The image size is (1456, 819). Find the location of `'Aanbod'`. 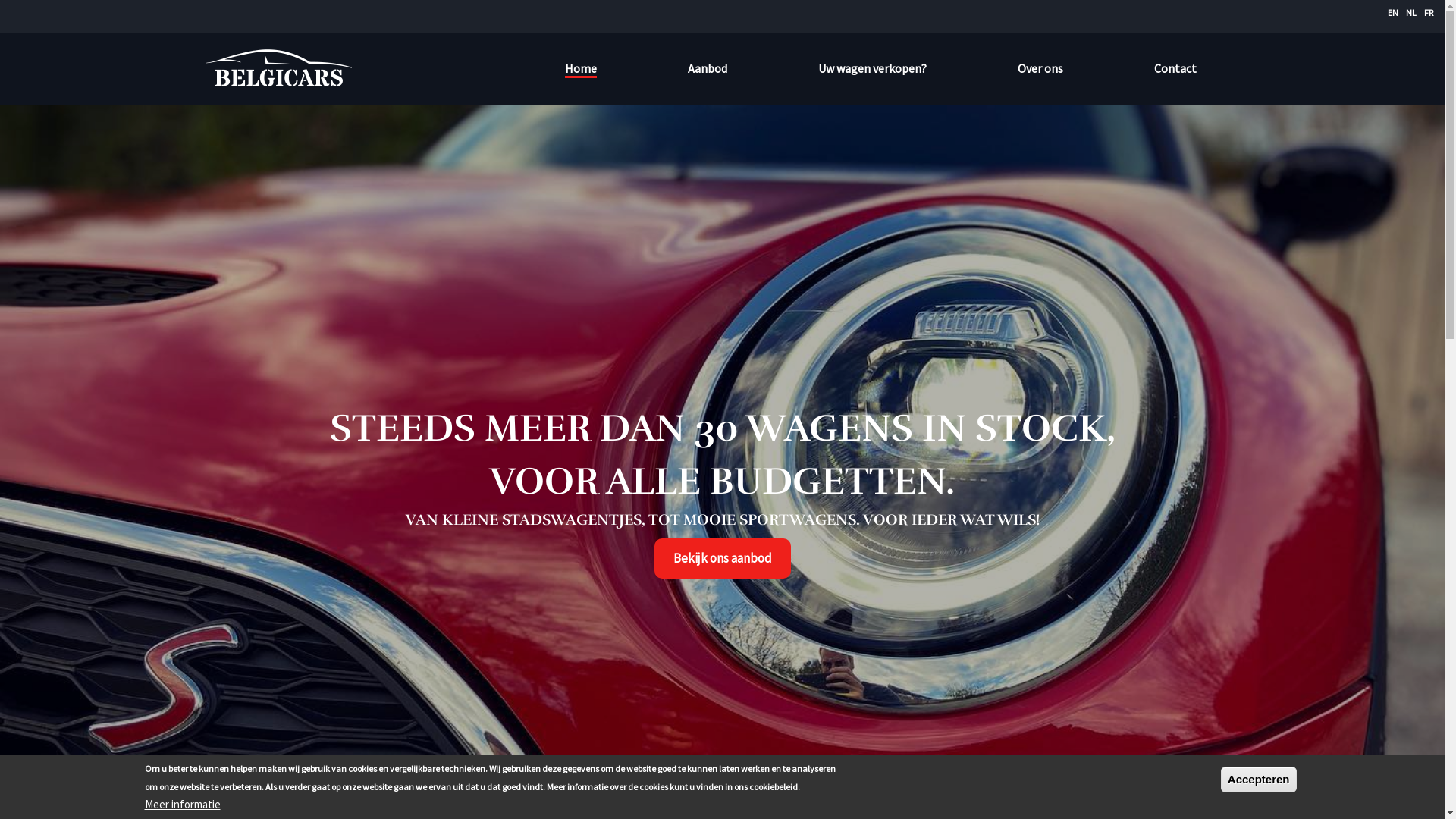

'Aanbod' is located at coordinates (705, 67).